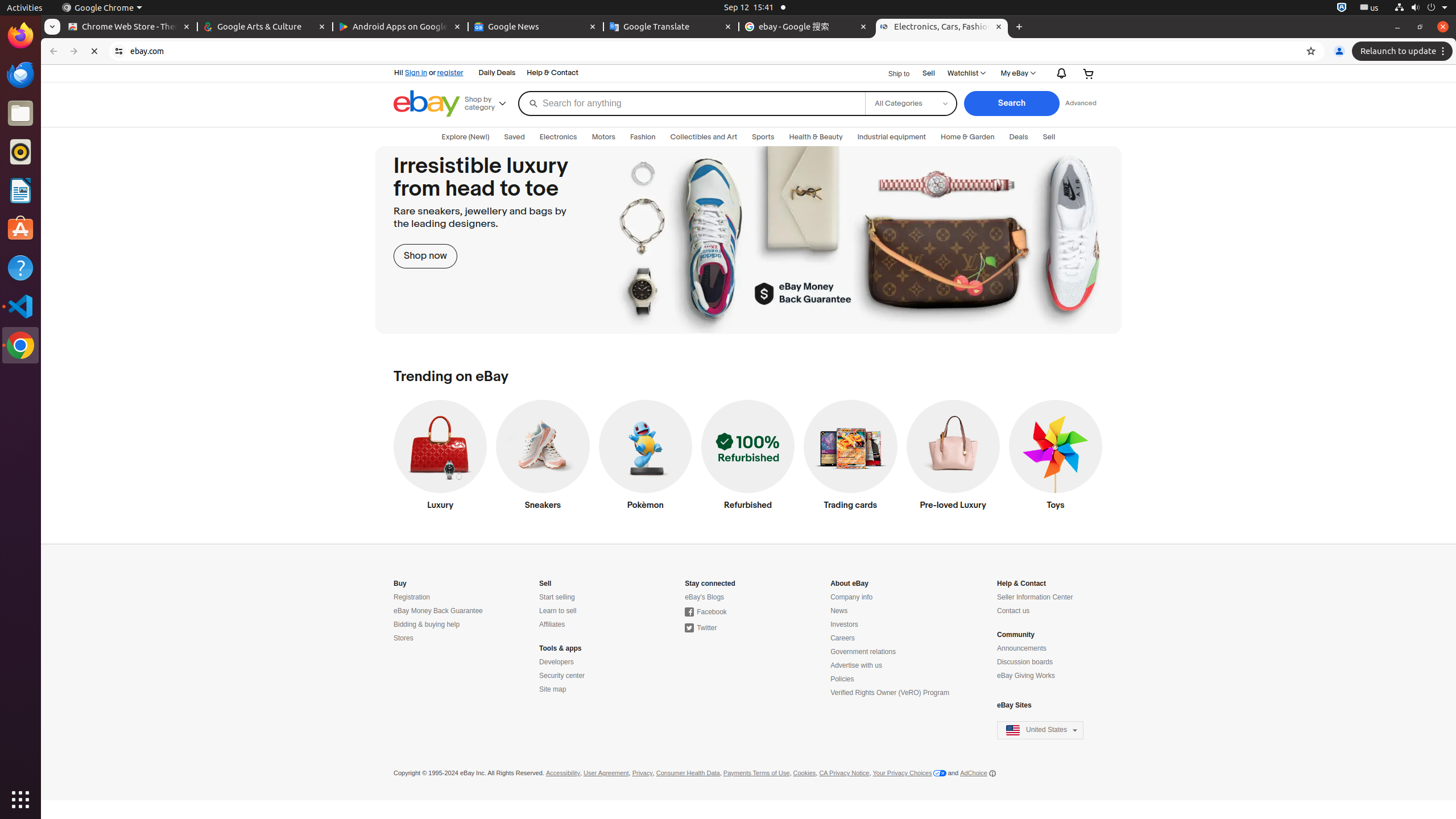 This screenshot has width=1456, height=819. I want to click on 'About eBay', so click(849, 584).